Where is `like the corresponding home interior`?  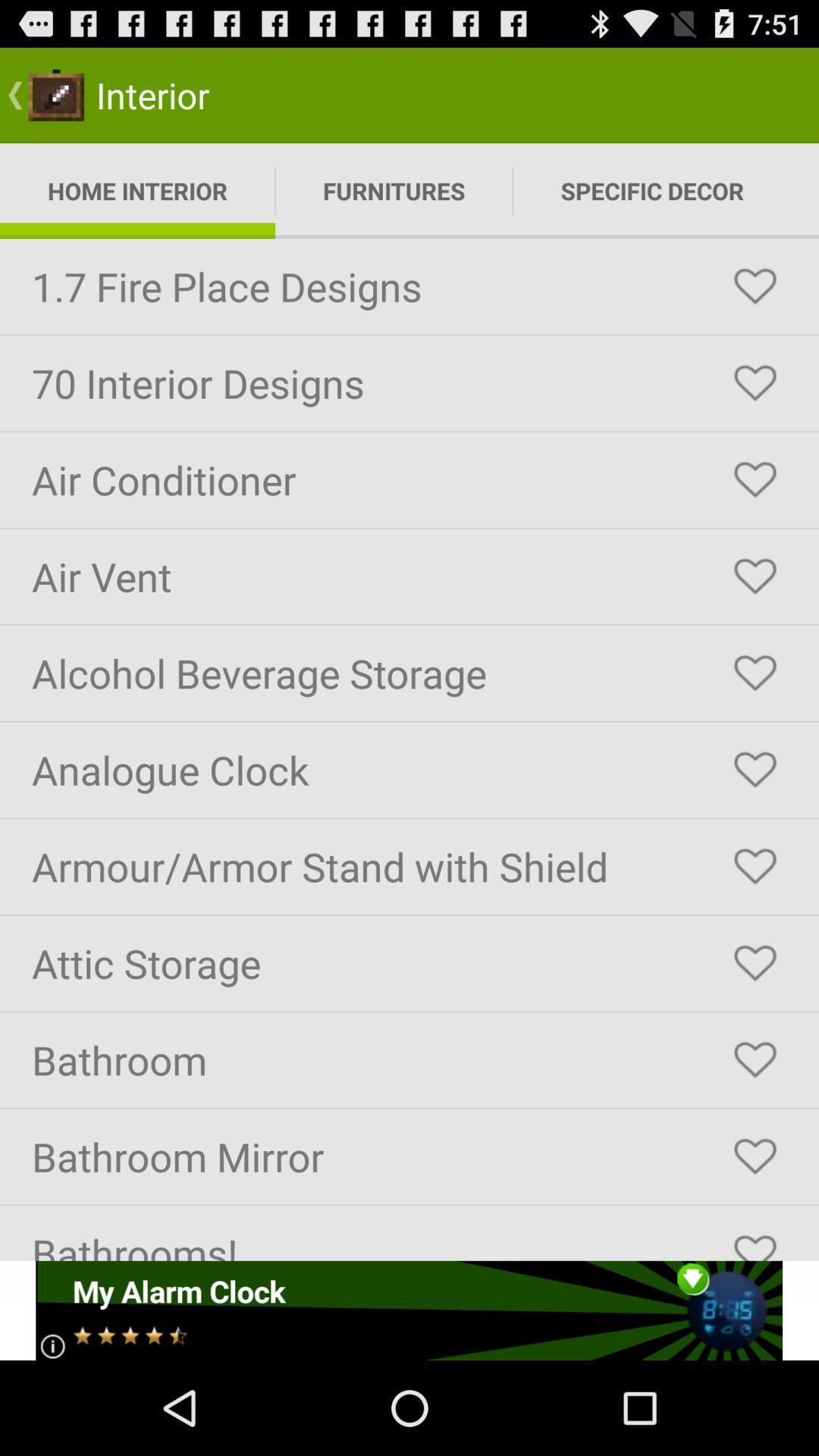 like the corresponding home interior is located at coordinates (755, 287).